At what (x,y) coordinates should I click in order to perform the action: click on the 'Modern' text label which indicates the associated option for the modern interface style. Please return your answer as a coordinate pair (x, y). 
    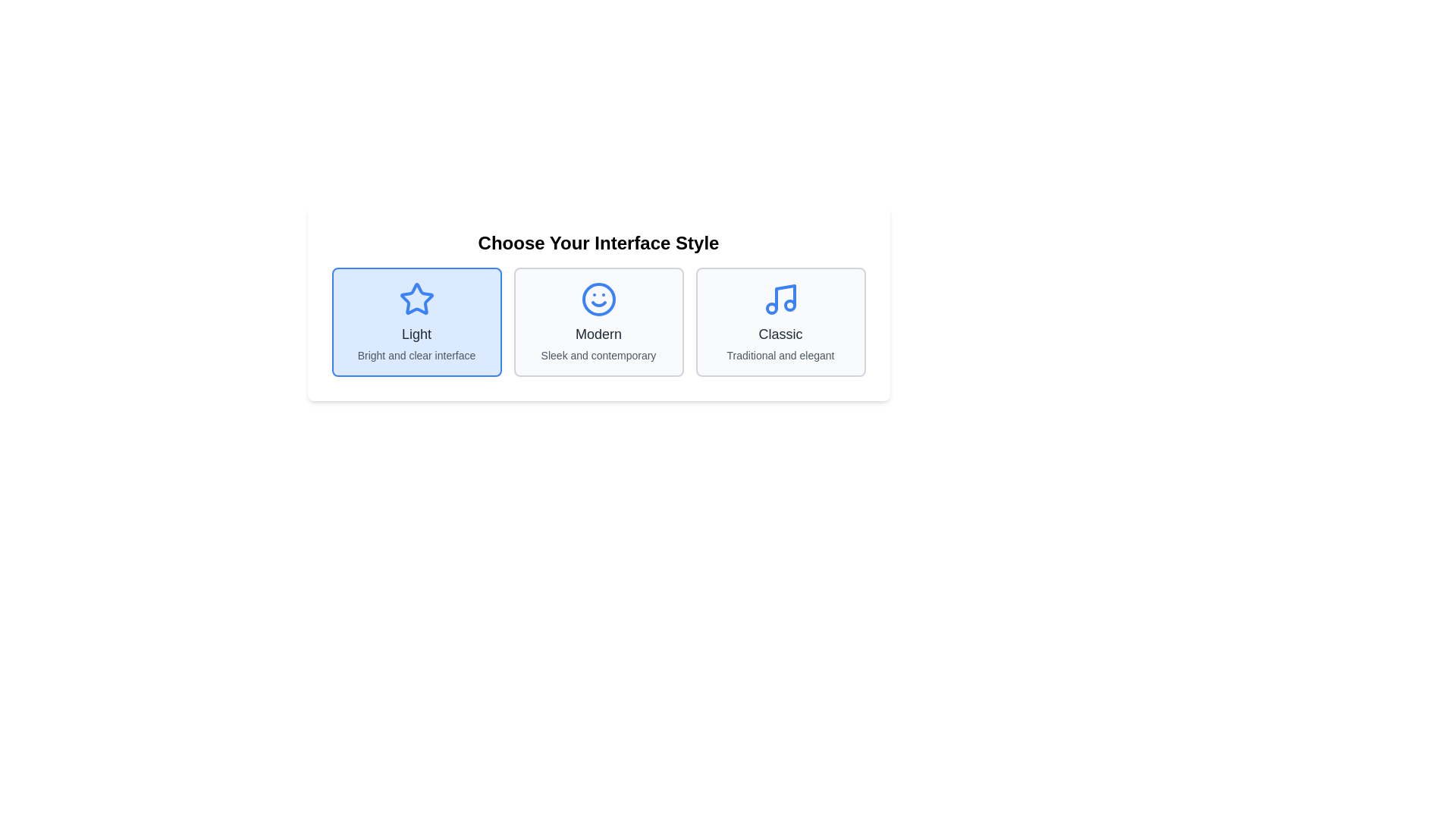
    Looking at the image, I should click on (598, 333).